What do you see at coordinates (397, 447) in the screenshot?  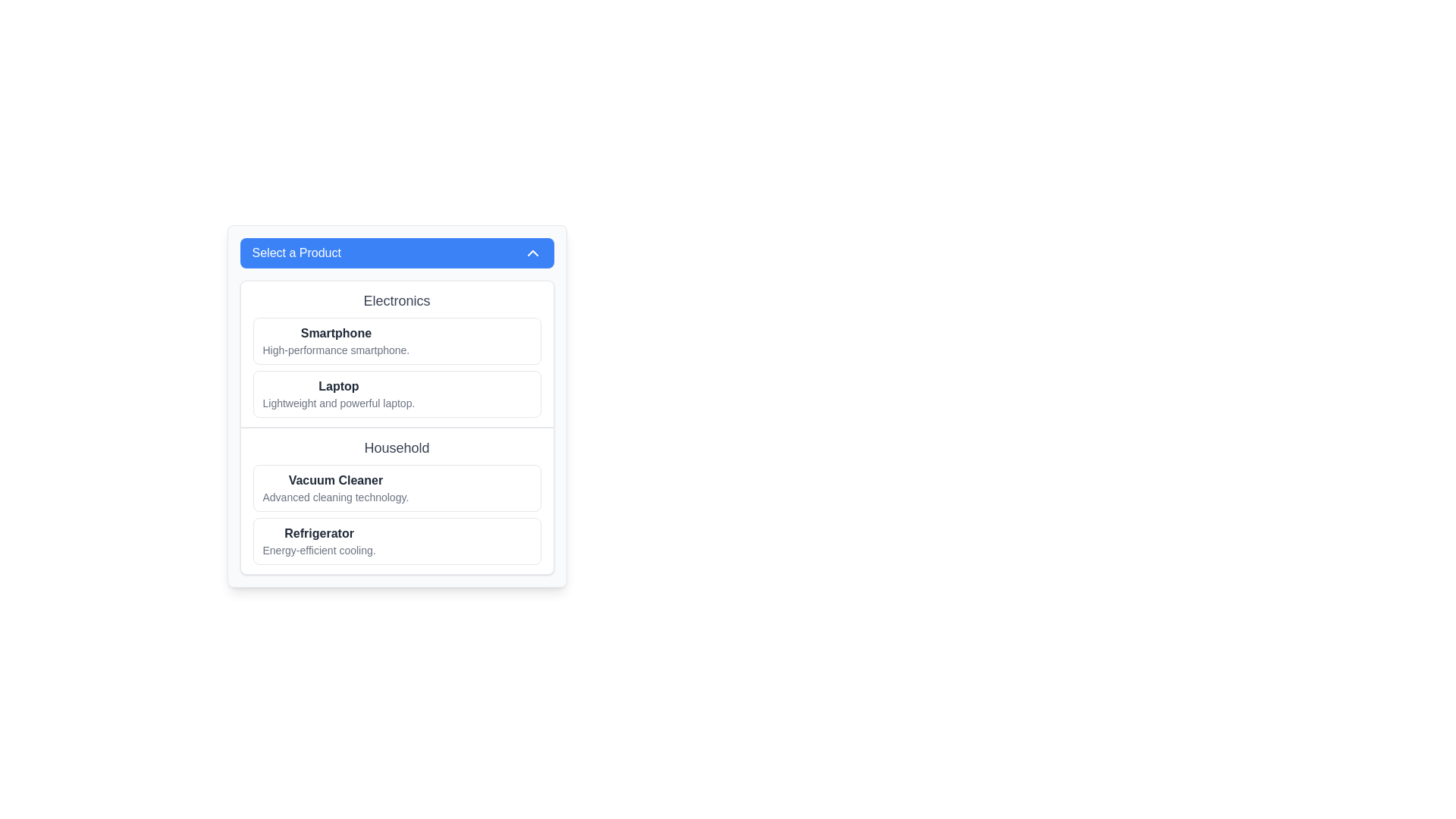 I see `the text label 'Household' which is a bold gray-colored header positioned centrally in the interface, above other options like 'Vacuum Cleaner' and 'Refrigerator'` at bounding box center [397, 447].